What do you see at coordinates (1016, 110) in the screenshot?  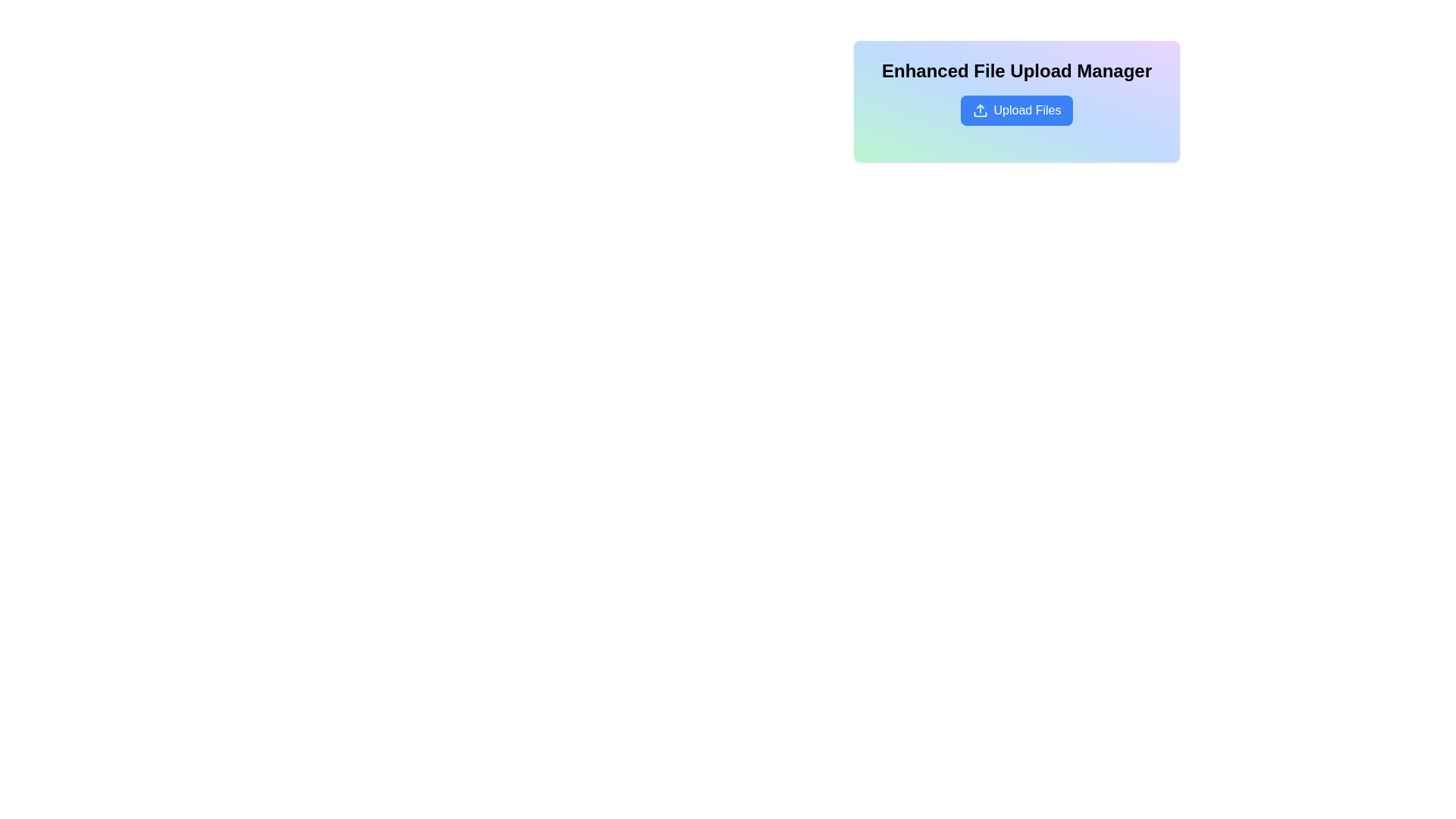 I see `the 'Upload Files' button with a blue background and white text, located beneath the 'Enhanced File Upload Manager' heading` at bounding box center [1016, 110].